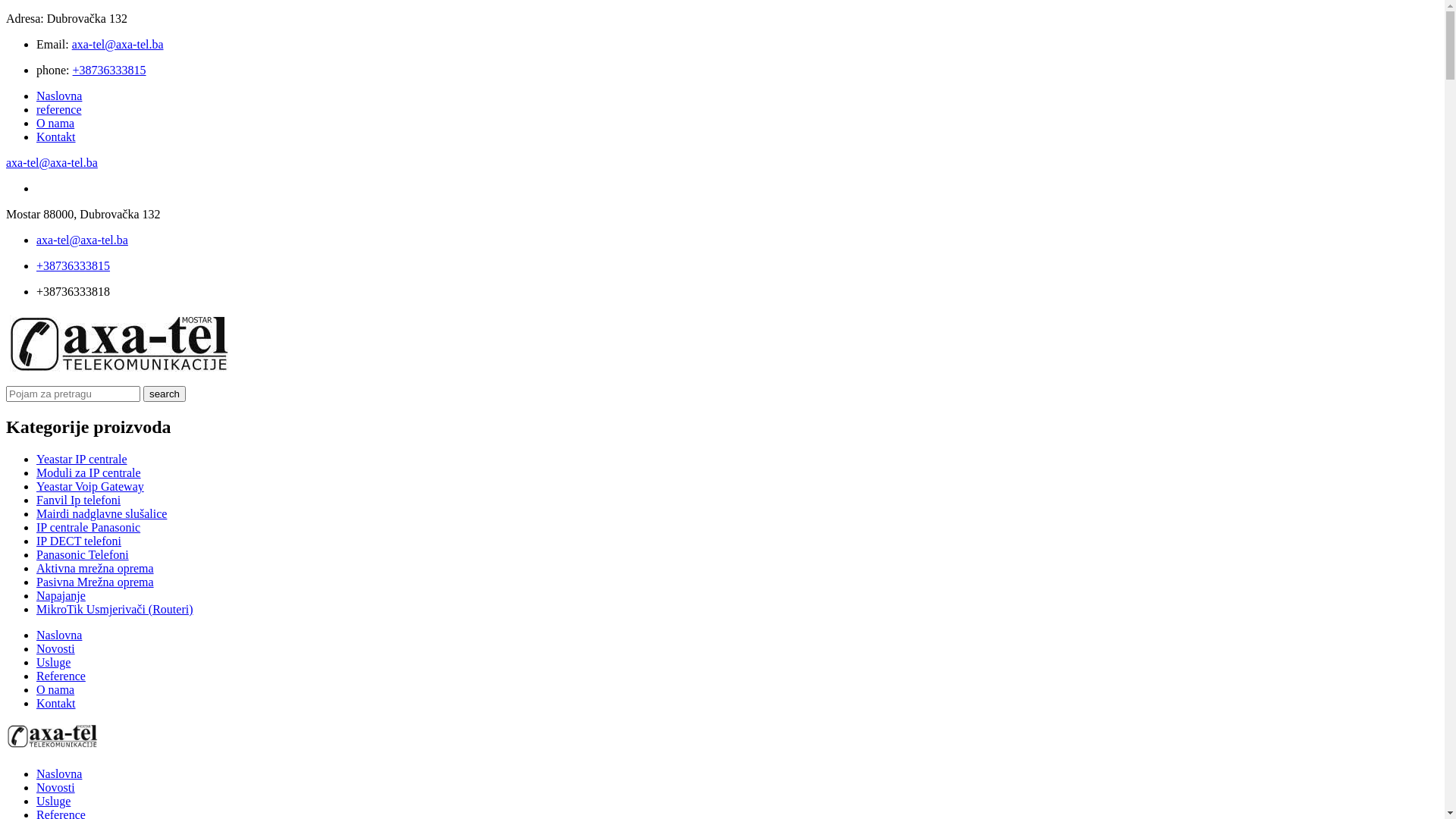  I want to click on '+38736333818', so click(72, 291).